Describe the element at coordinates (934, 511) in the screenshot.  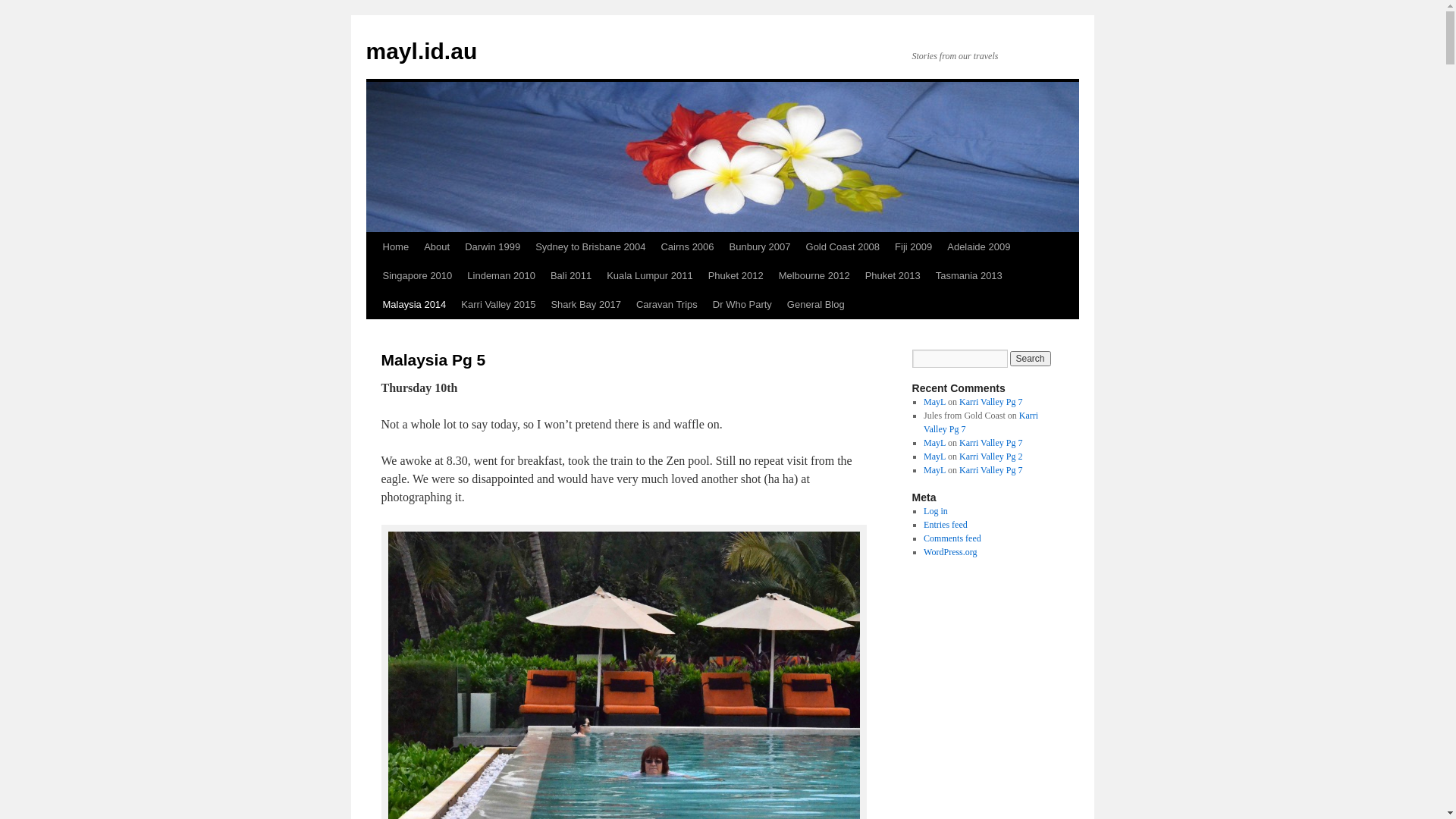
I see `'Log in'` at that location.